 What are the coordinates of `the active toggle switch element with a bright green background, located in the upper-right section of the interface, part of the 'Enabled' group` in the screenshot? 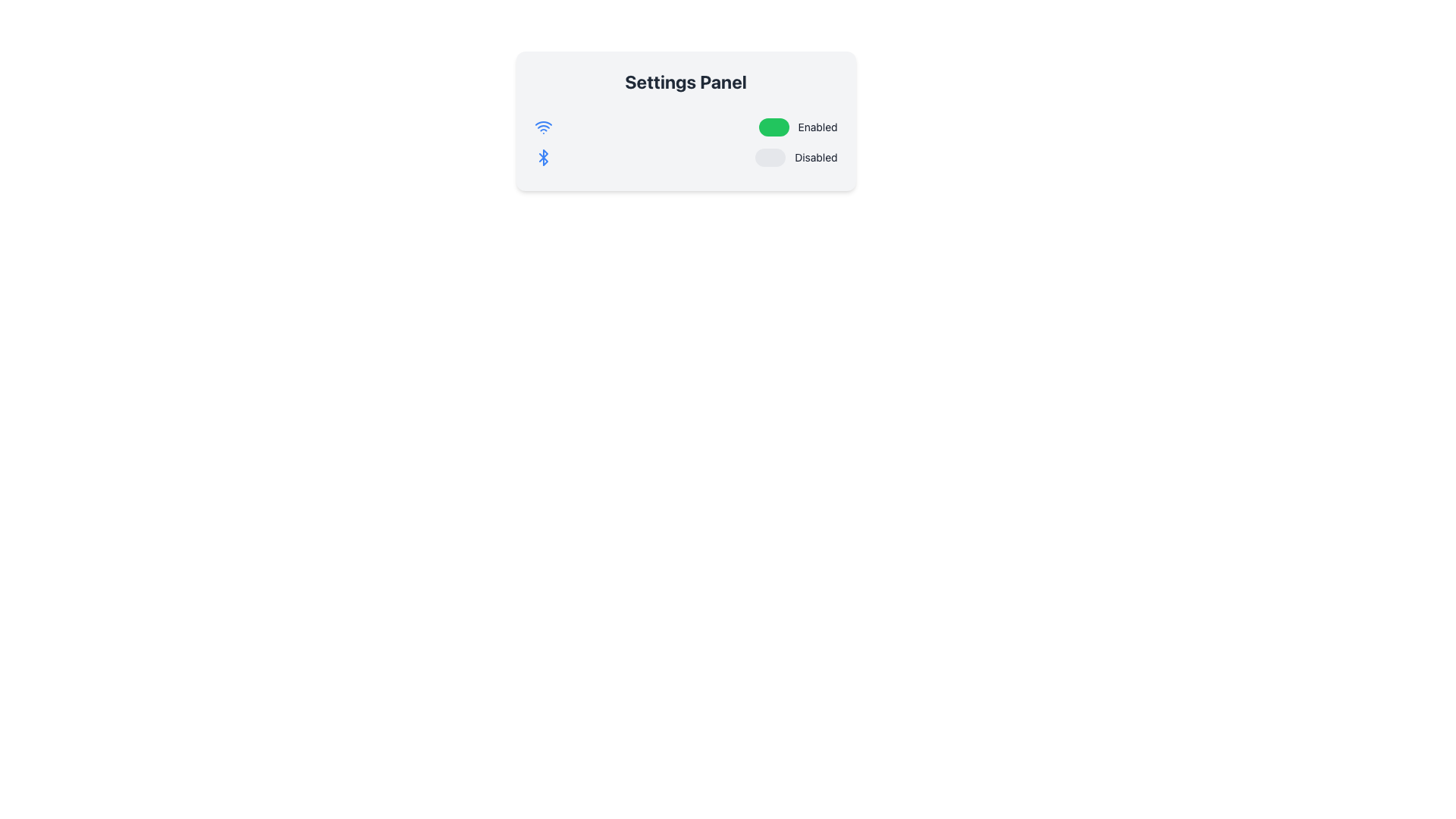 It's located at (773, 127).